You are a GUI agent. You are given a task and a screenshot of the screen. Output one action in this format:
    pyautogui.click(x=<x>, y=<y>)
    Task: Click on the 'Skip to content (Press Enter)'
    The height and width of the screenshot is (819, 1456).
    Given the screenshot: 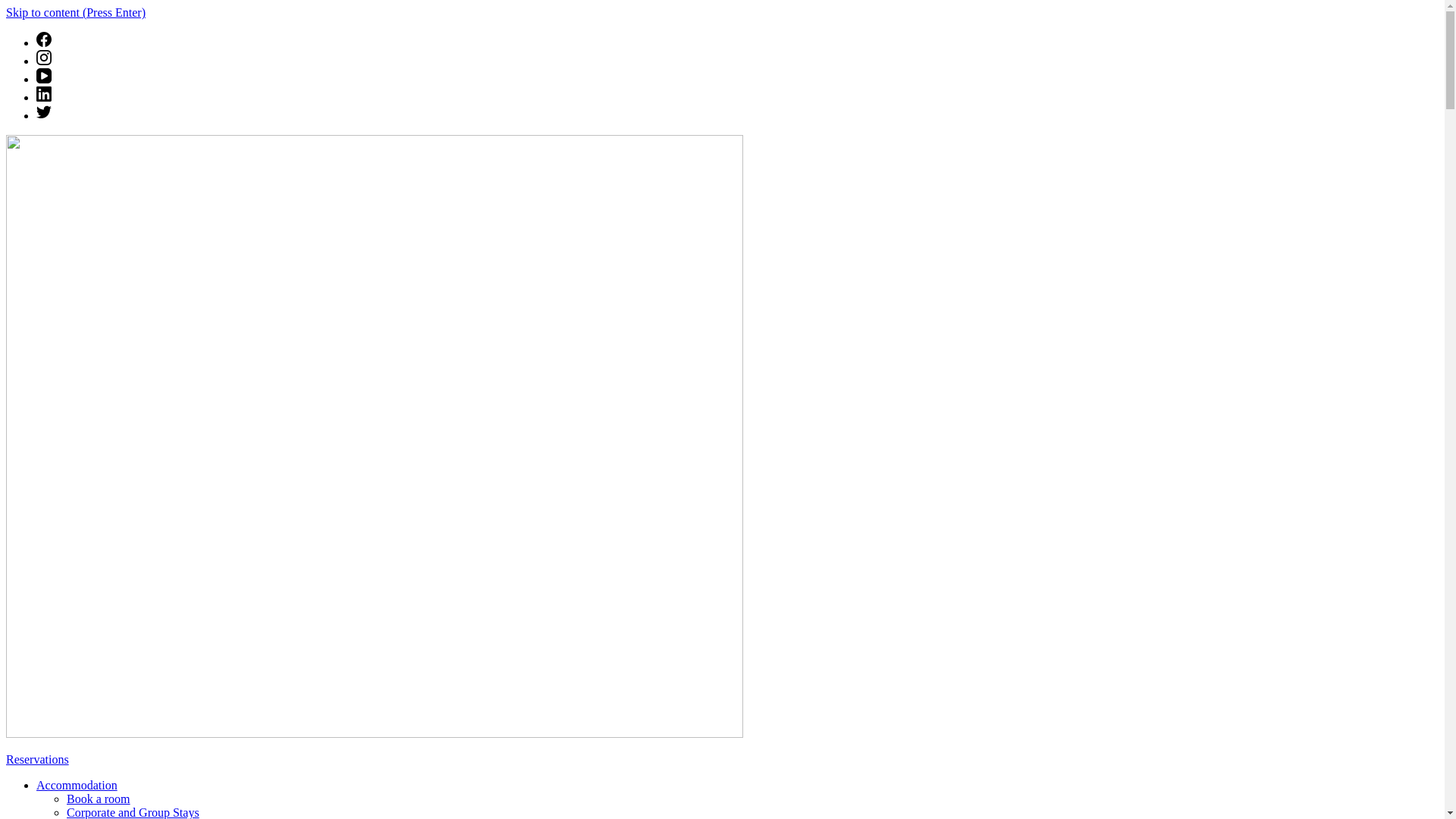 What is the action you would take?
    pyautogui.click(x=75, y=12)
    